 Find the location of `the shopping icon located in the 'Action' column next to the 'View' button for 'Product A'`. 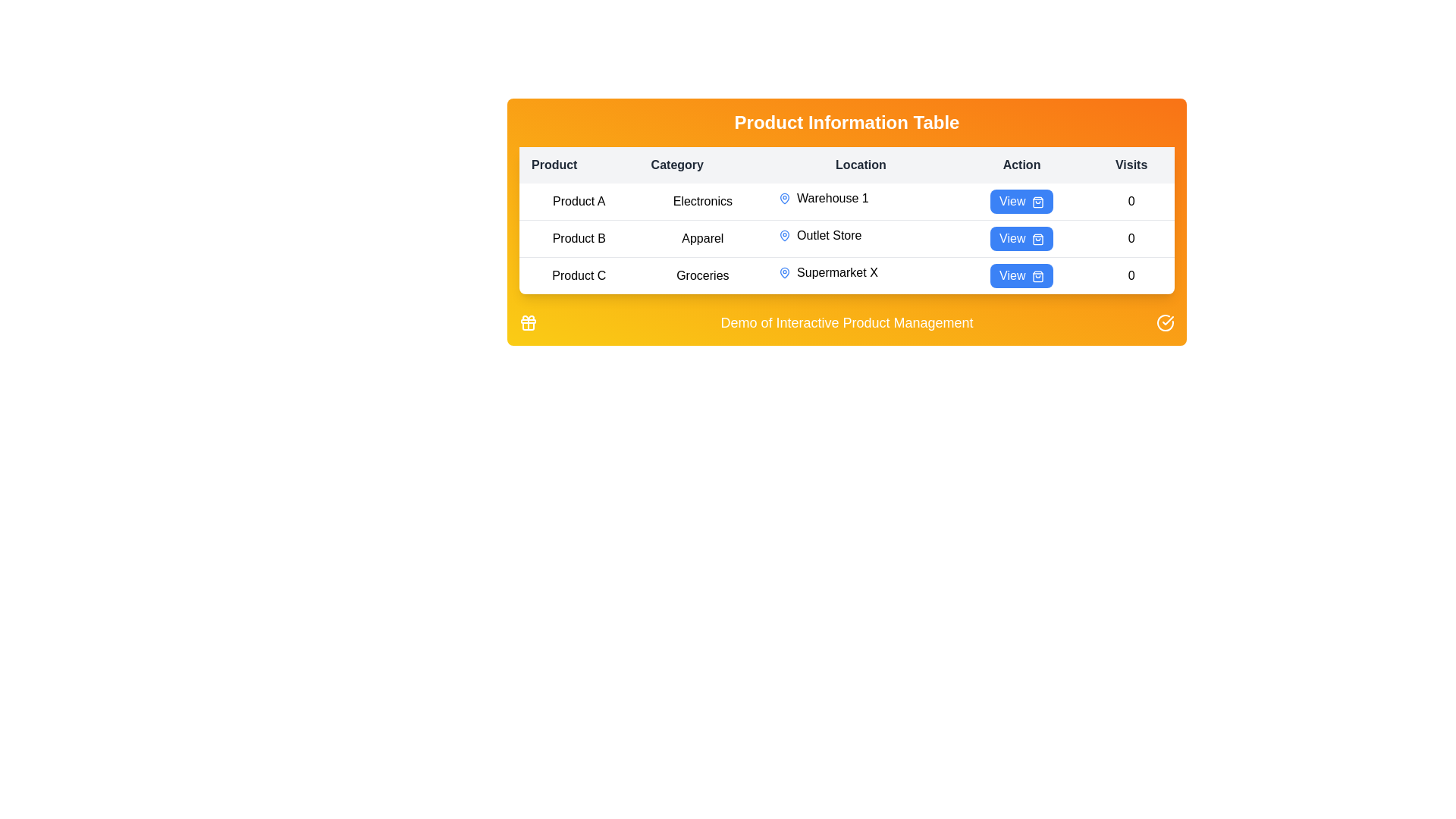

the shopping icon located in the 'Action' column next to the 'View' button for 'Product A' is located at coordinates (1037, 201).